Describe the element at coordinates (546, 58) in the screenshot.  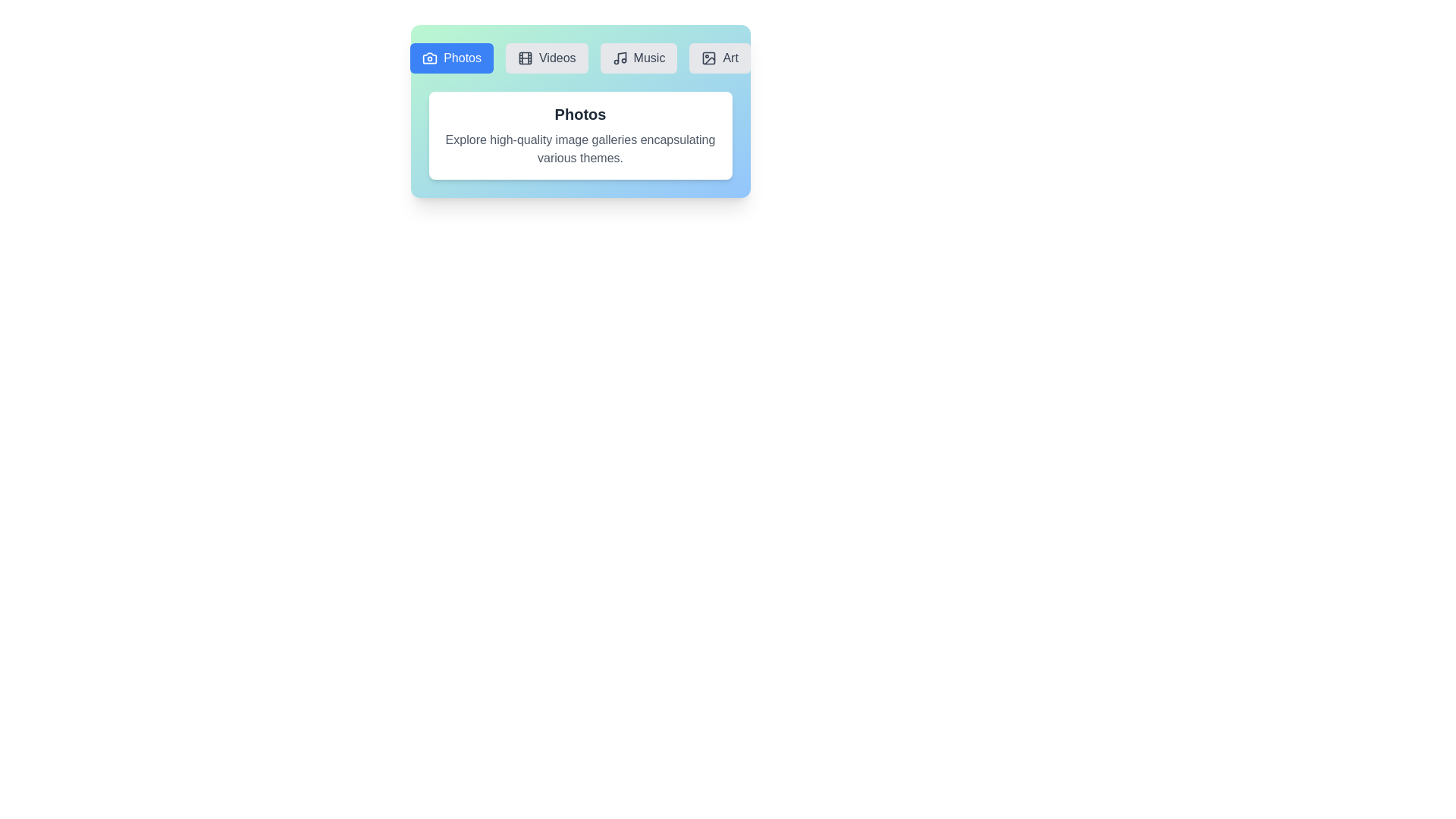
I see `the Videos tab` at that location.